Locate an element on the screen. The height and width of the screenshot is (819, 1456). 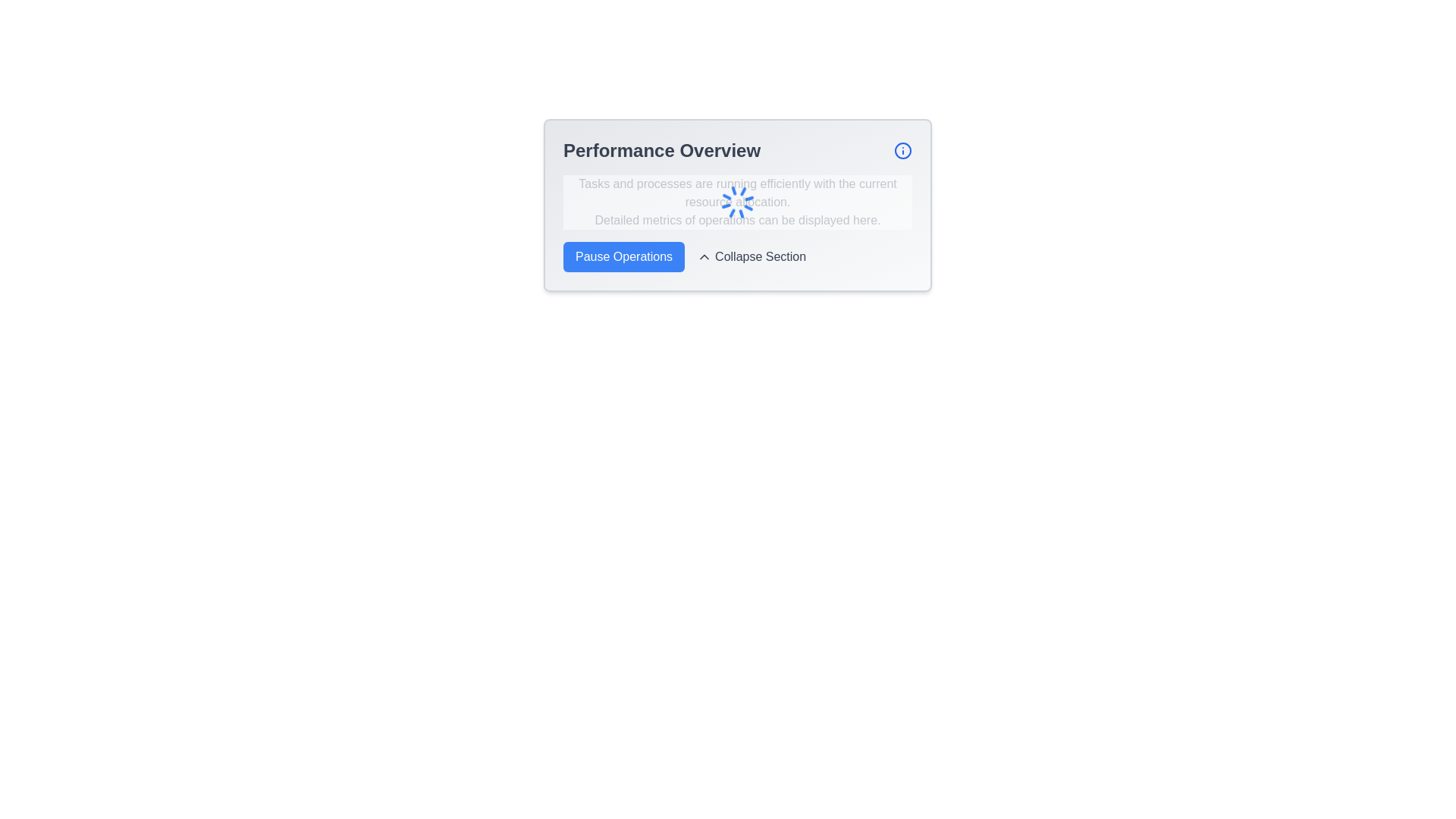
the icon within the 'Collapse Section' button located at the bottom-right corner of the 'Performance Overview' card is located at coordinates (704, 256).